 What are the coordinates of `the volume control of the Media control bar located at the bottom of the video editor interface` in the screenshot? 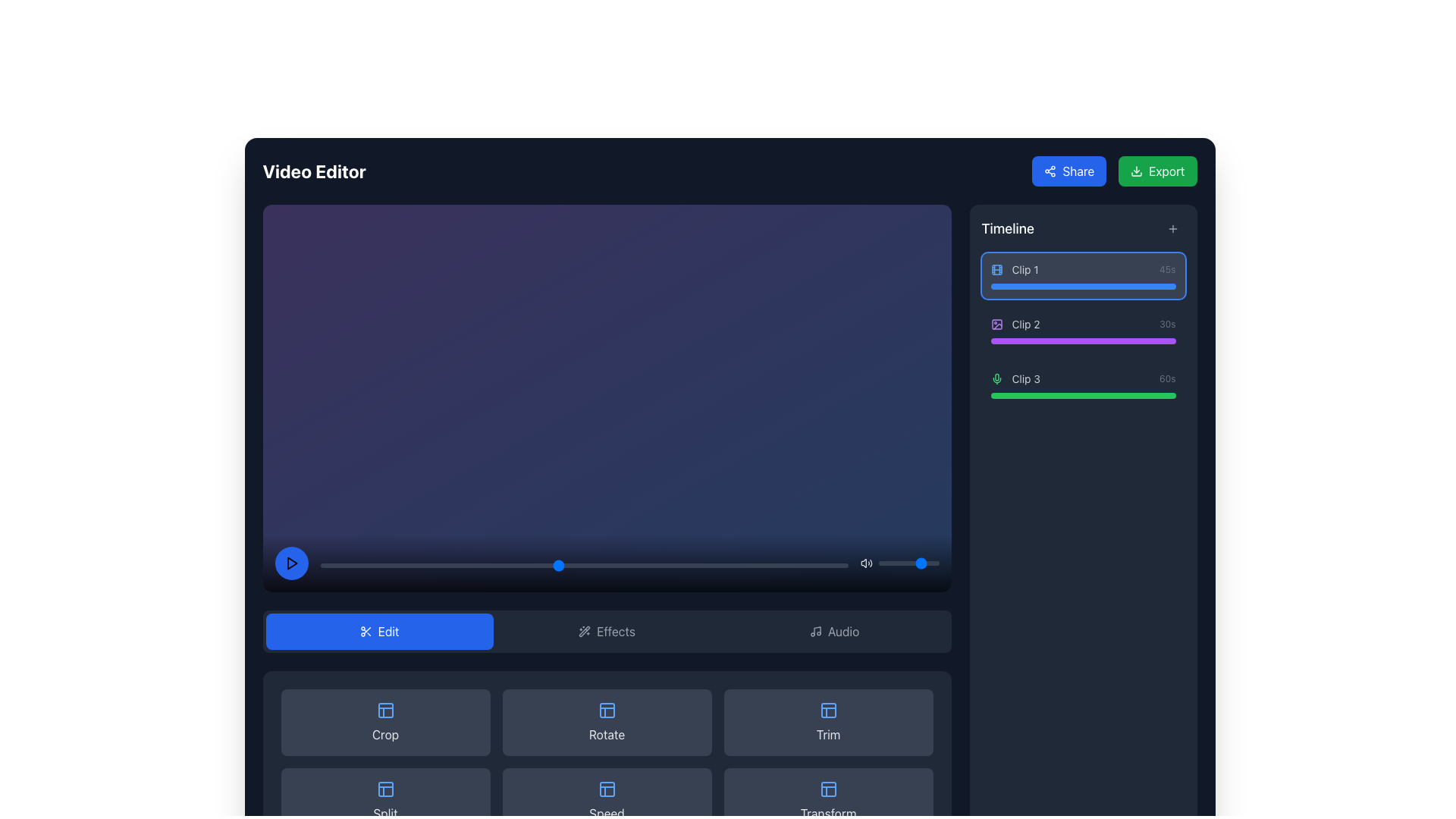 It's located at (607, 563).